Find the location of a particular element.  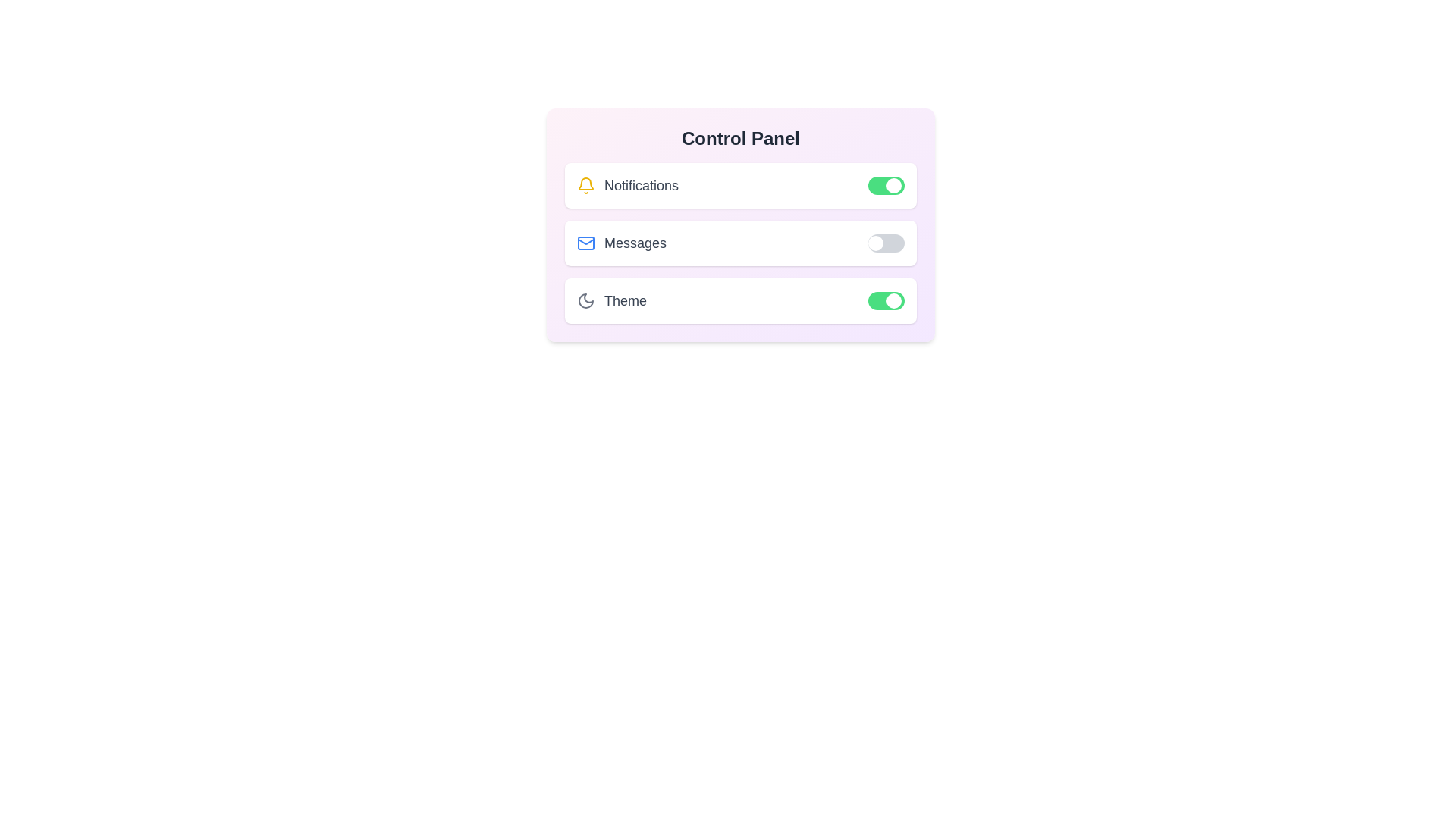

the SVG icon that represents the notification setting, located to the left of the 'Notifications' label in the top row of the control panel is located at coordinates (585, 183).